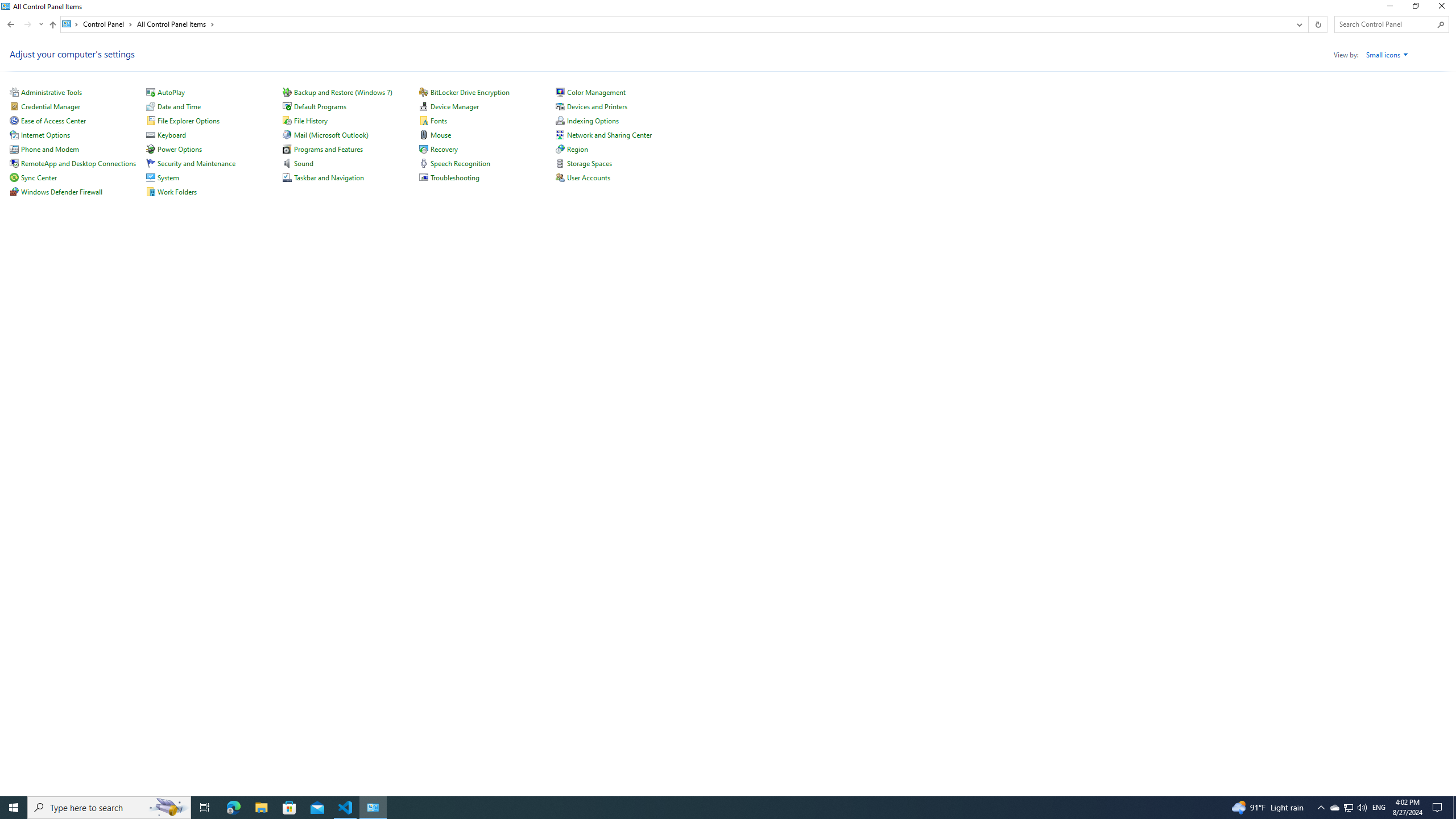  I want to click on 'Region', so click(577, 148).